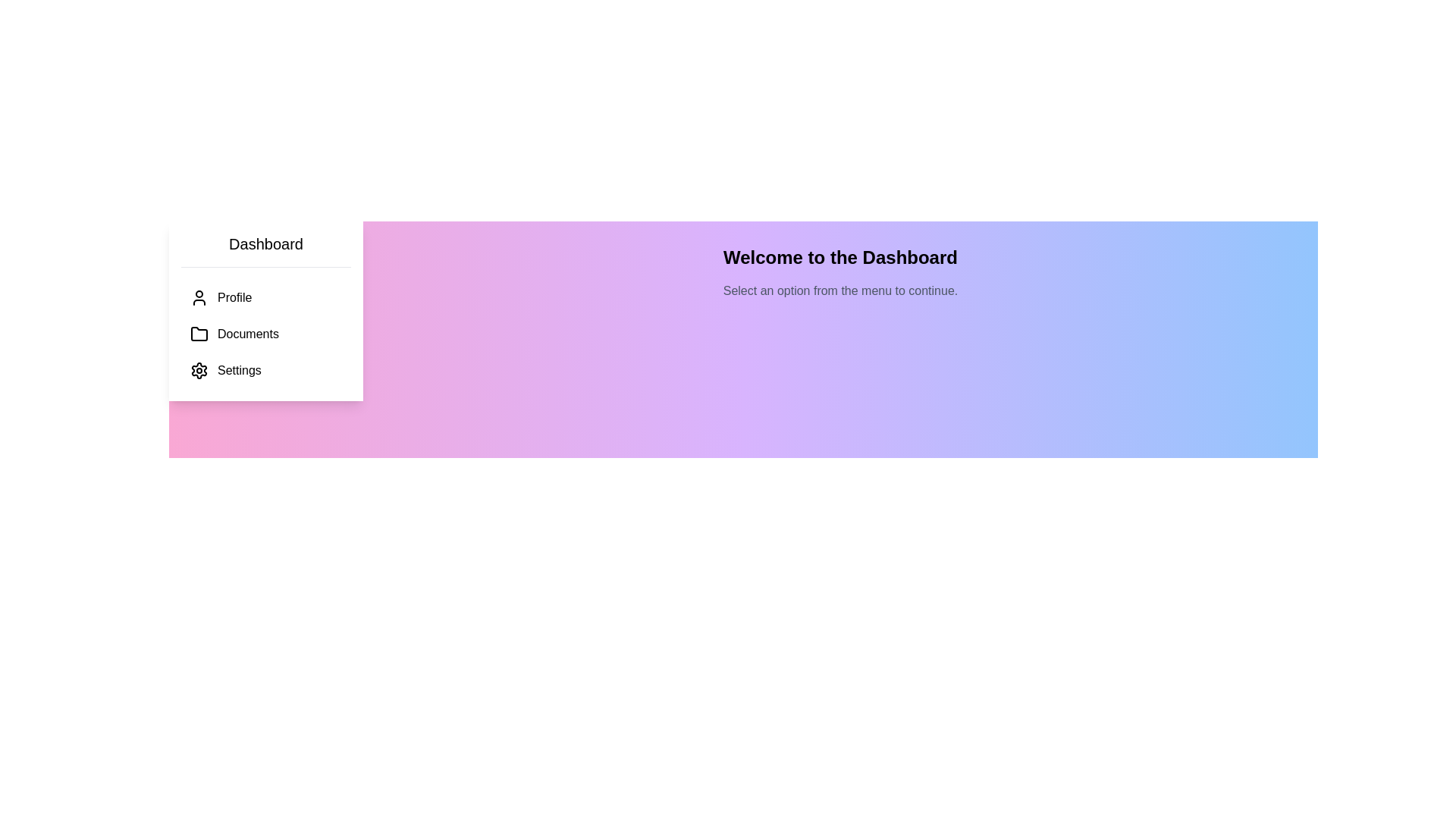  What do you see at coordinates (265, 371) in the screenshot?
I see `the navigation menu item Settings` at bounding box center [265, 371].